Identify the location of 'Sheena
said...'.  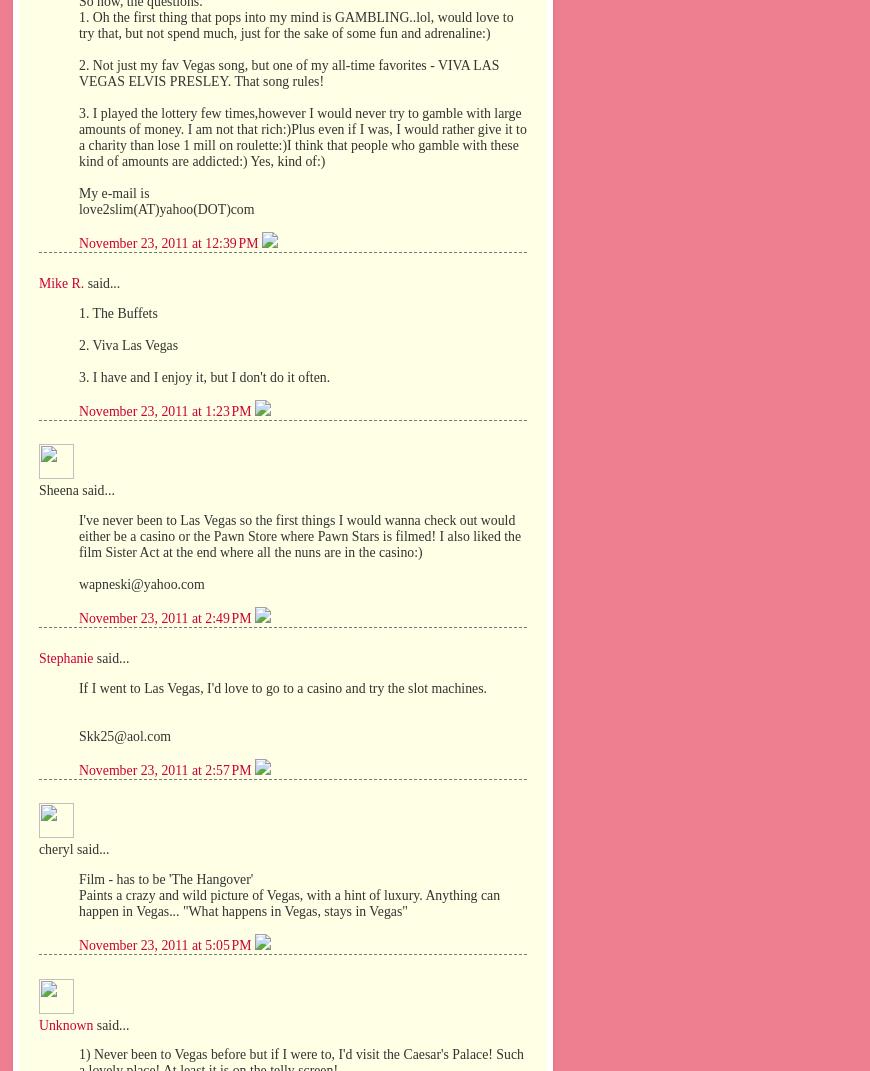
(75, 489).